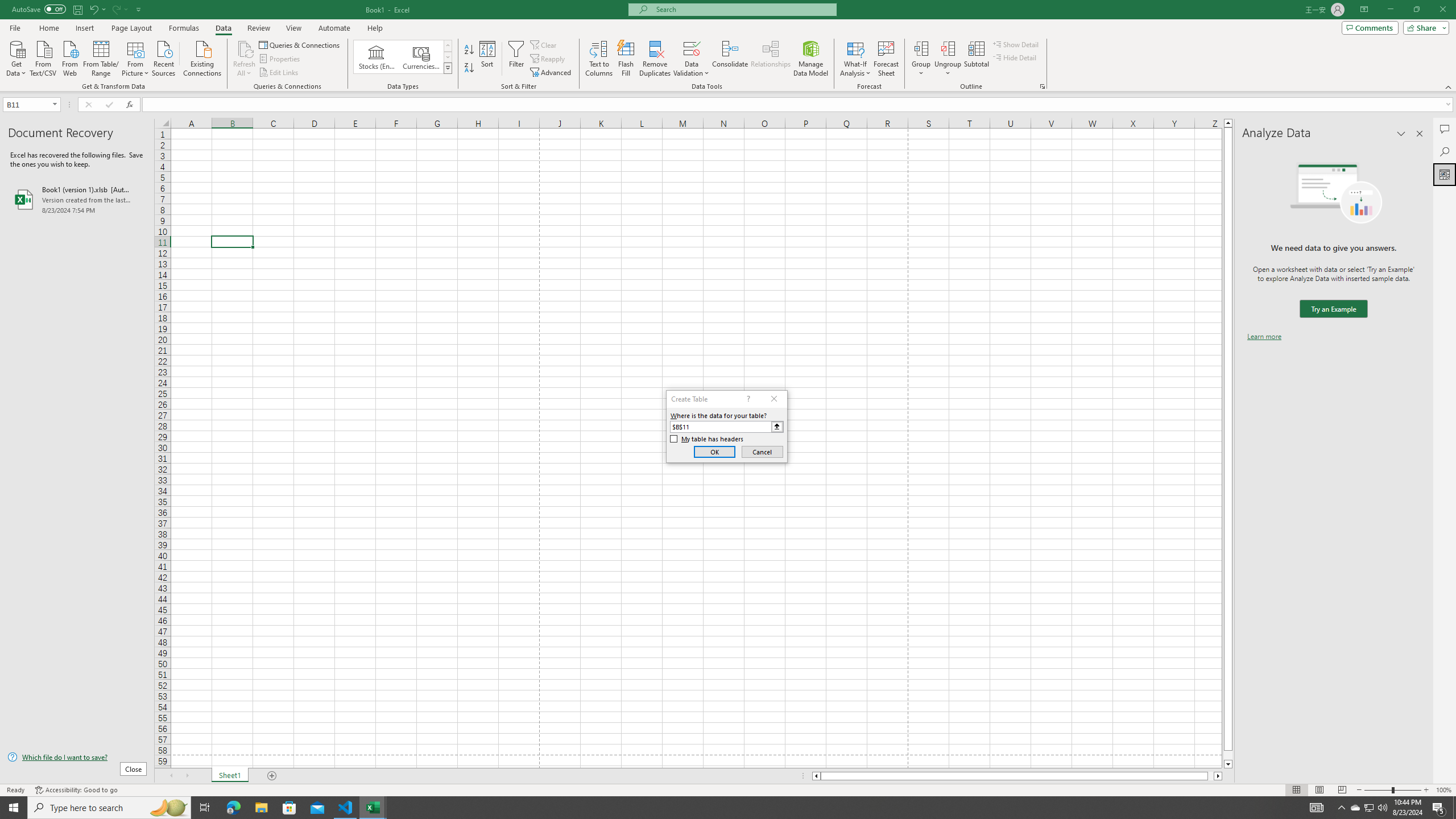  What do you see at coordinates (1389, 9) in the screenshot?
I see `'Minimize'` at bounding box center [1389, 9].